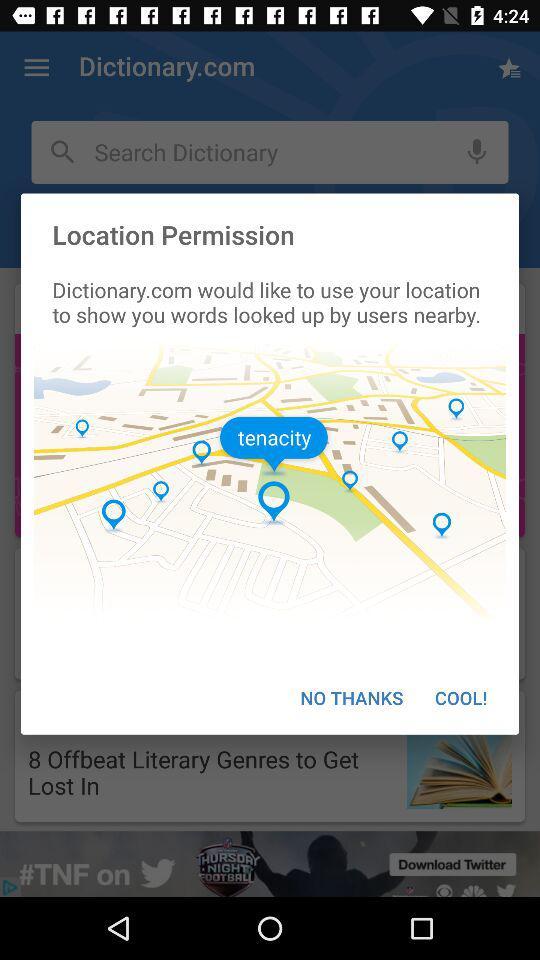 This screenshot has height=960, width=540. I want to click on the icon to the right of the no thanks icon, so click(461, 697).